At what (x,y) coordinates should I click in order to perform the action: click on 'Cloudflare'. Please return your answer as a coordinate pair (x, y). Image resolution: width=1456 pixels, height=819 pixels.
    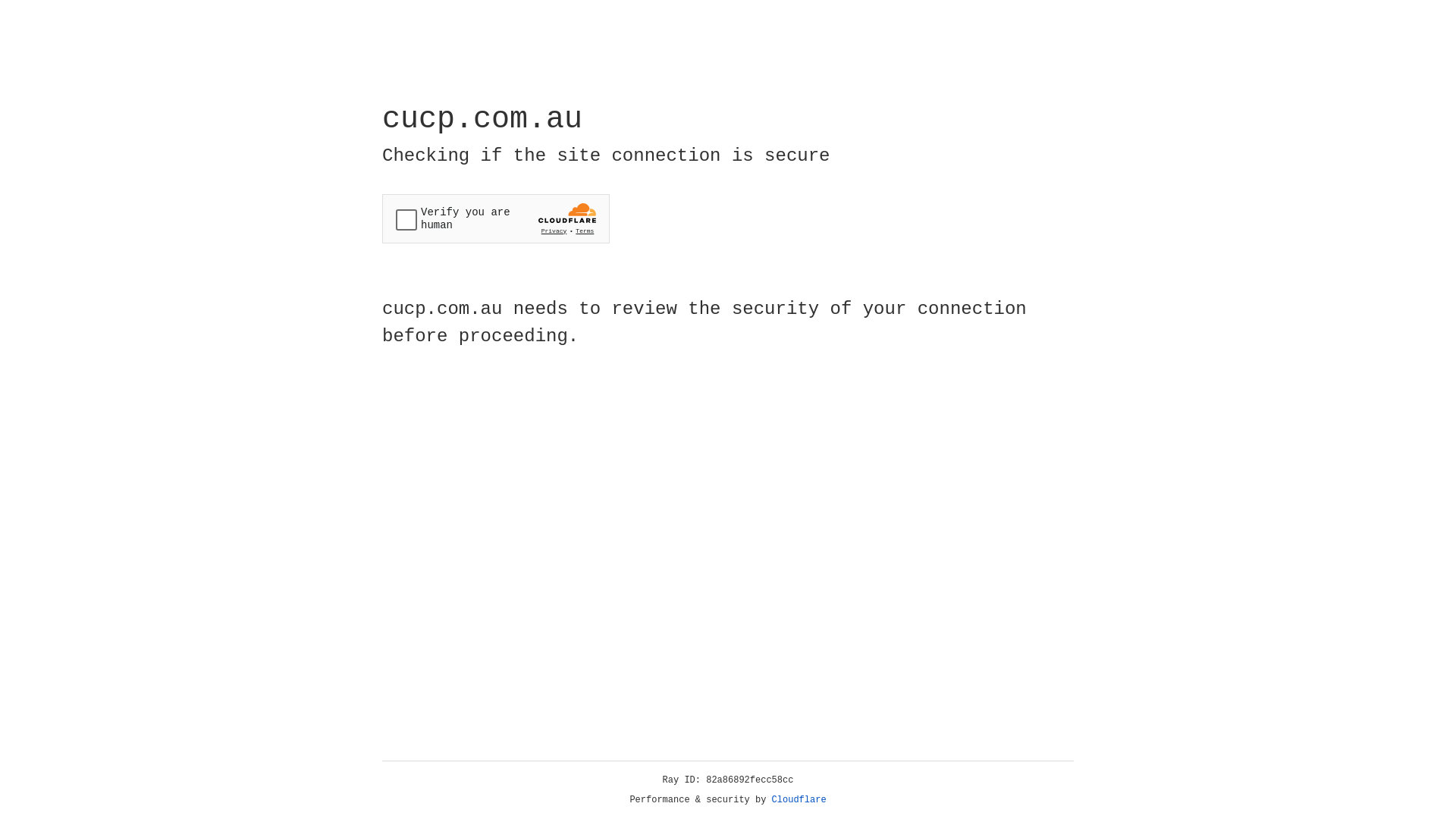
    Looking at the image, I should click on (799, 799).